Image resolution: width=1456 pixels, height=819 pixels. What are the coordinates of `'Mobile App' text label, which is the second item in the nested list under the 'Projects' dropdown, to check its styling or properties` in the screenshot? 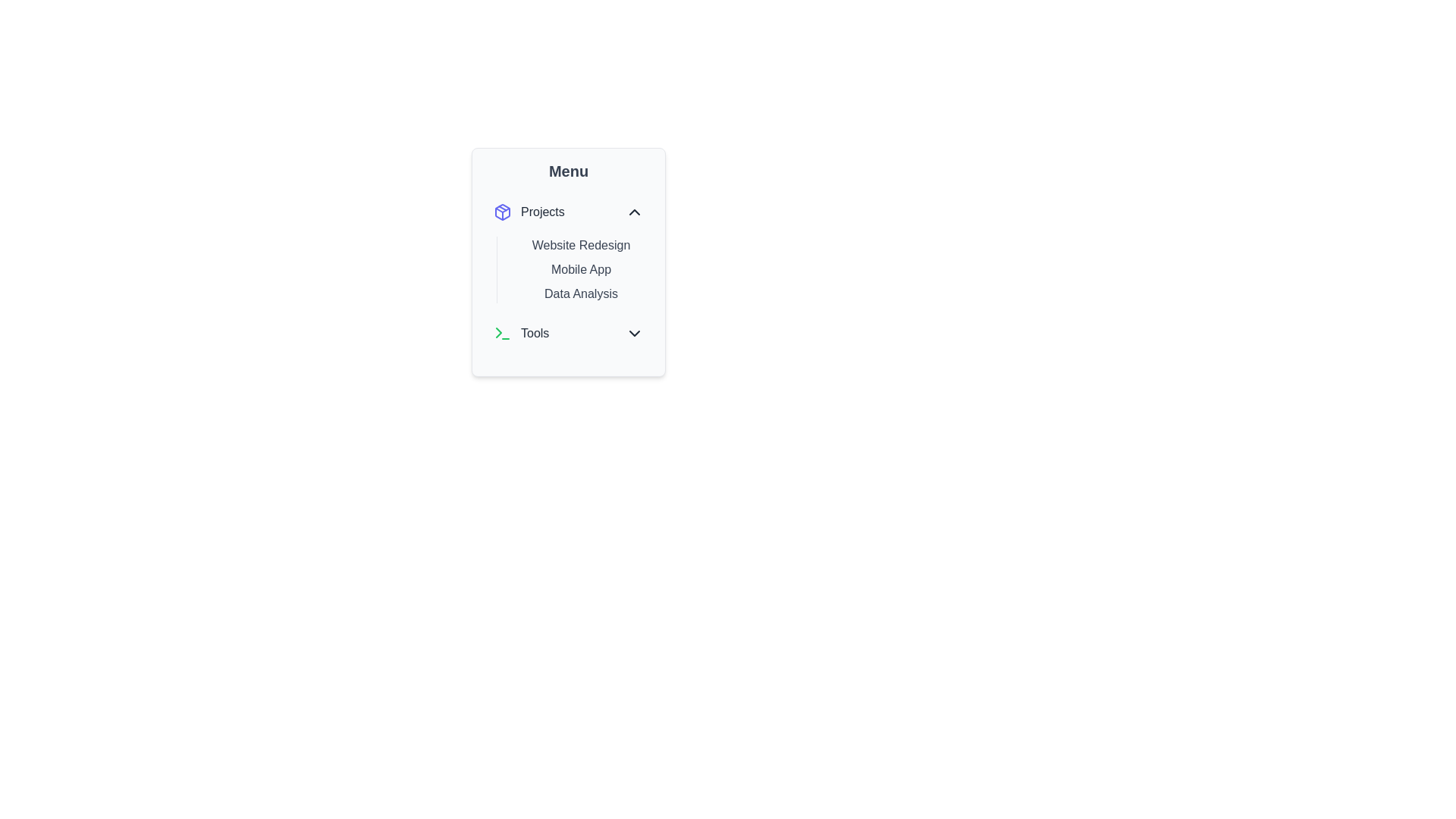 It's located at (567, 262).